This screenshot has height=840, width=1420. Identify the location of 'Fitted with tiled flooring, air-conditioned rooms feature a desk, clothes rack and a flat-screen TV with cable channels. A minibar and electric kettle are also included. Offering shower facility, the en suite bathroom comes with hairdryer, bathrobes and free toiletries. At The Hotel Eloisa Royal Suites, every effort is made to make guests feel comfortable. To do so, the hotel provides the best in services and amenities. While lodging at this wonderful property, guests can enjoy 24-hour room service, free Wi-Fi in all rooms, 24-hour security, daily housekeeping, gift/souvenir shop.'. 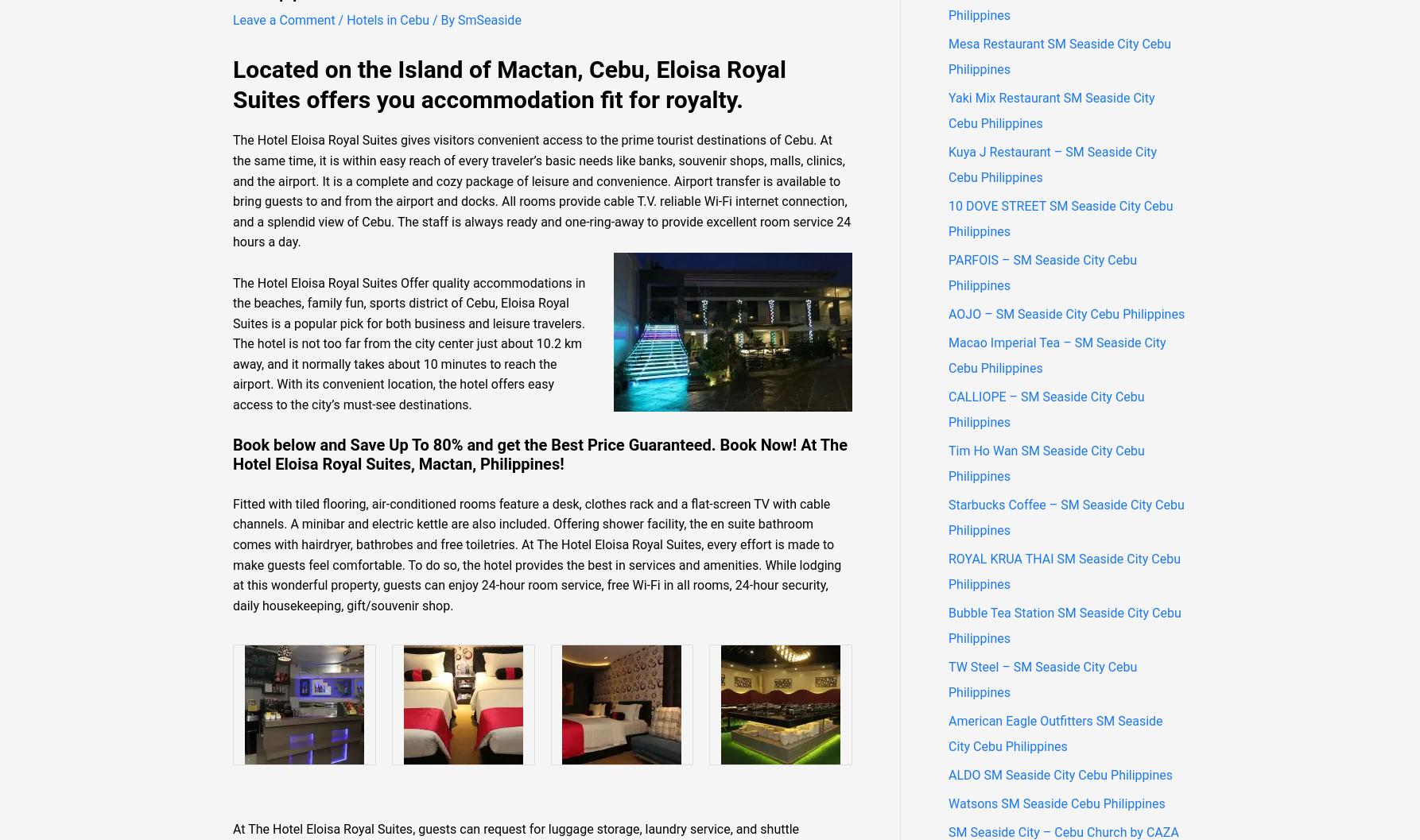
(537, 553).